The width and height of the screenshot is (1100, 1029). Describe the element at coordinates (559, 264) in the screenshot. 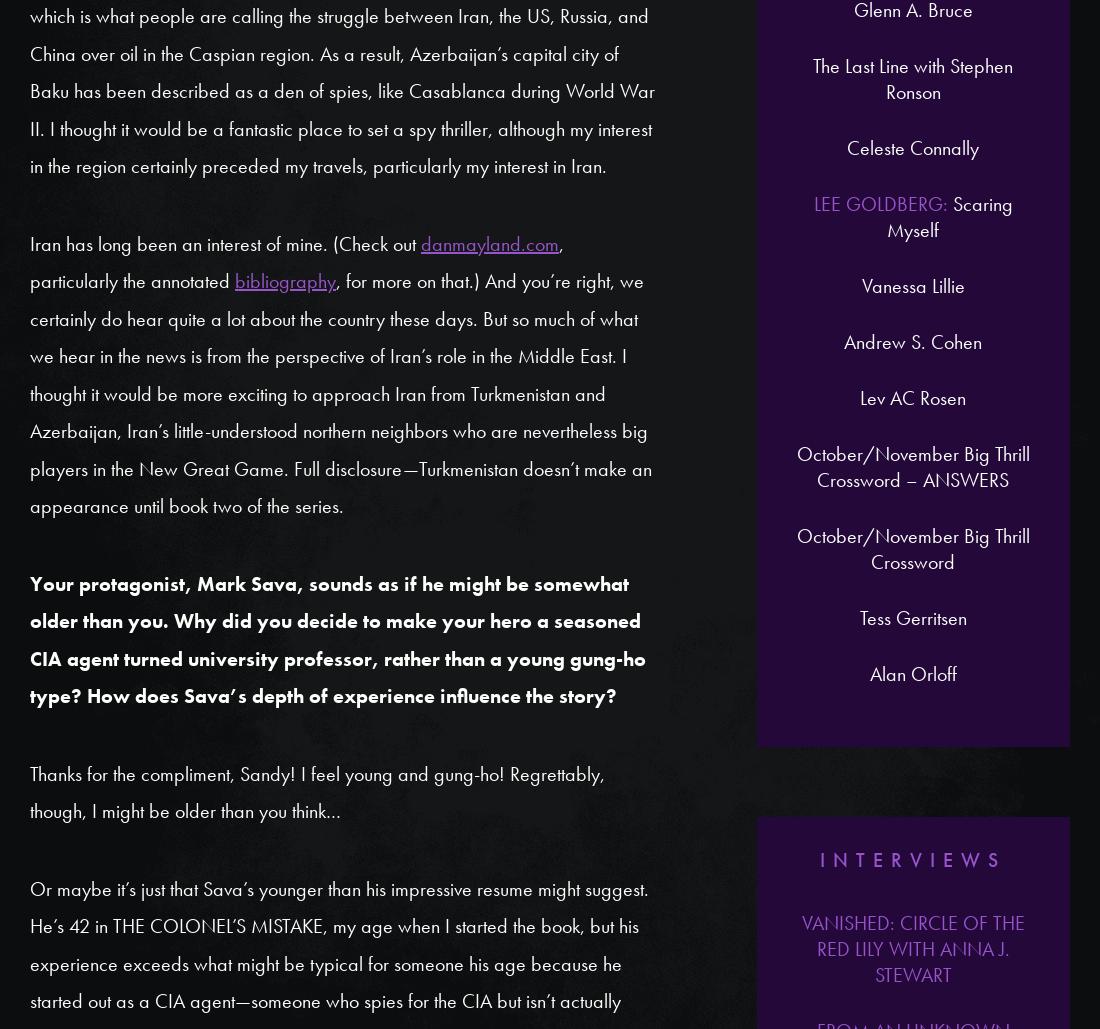

I see `'Contribute'` at that location.